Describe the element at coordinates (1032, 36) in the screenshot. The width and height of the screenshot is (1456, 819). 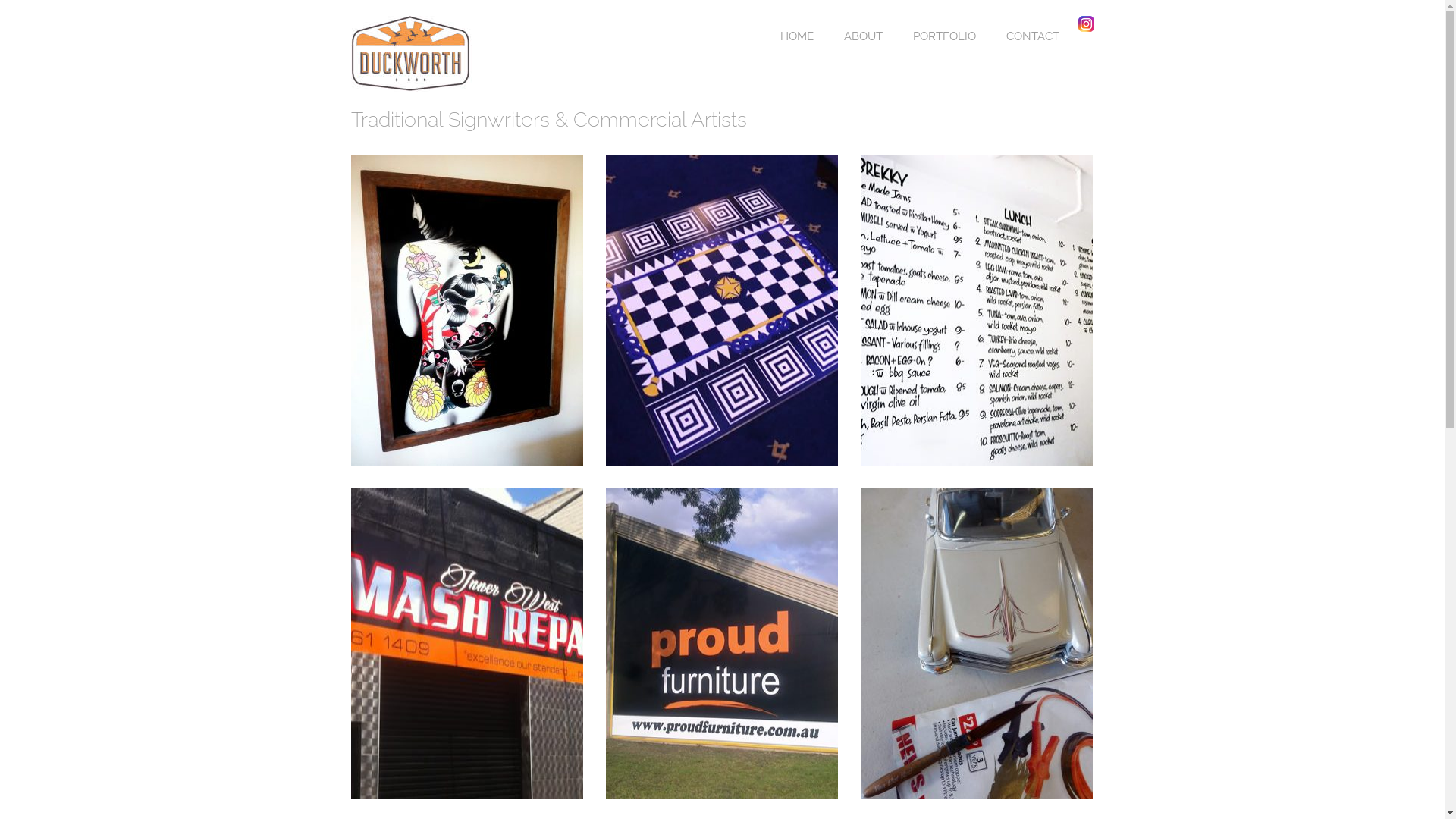
I see `'CONTACT'` at that location.